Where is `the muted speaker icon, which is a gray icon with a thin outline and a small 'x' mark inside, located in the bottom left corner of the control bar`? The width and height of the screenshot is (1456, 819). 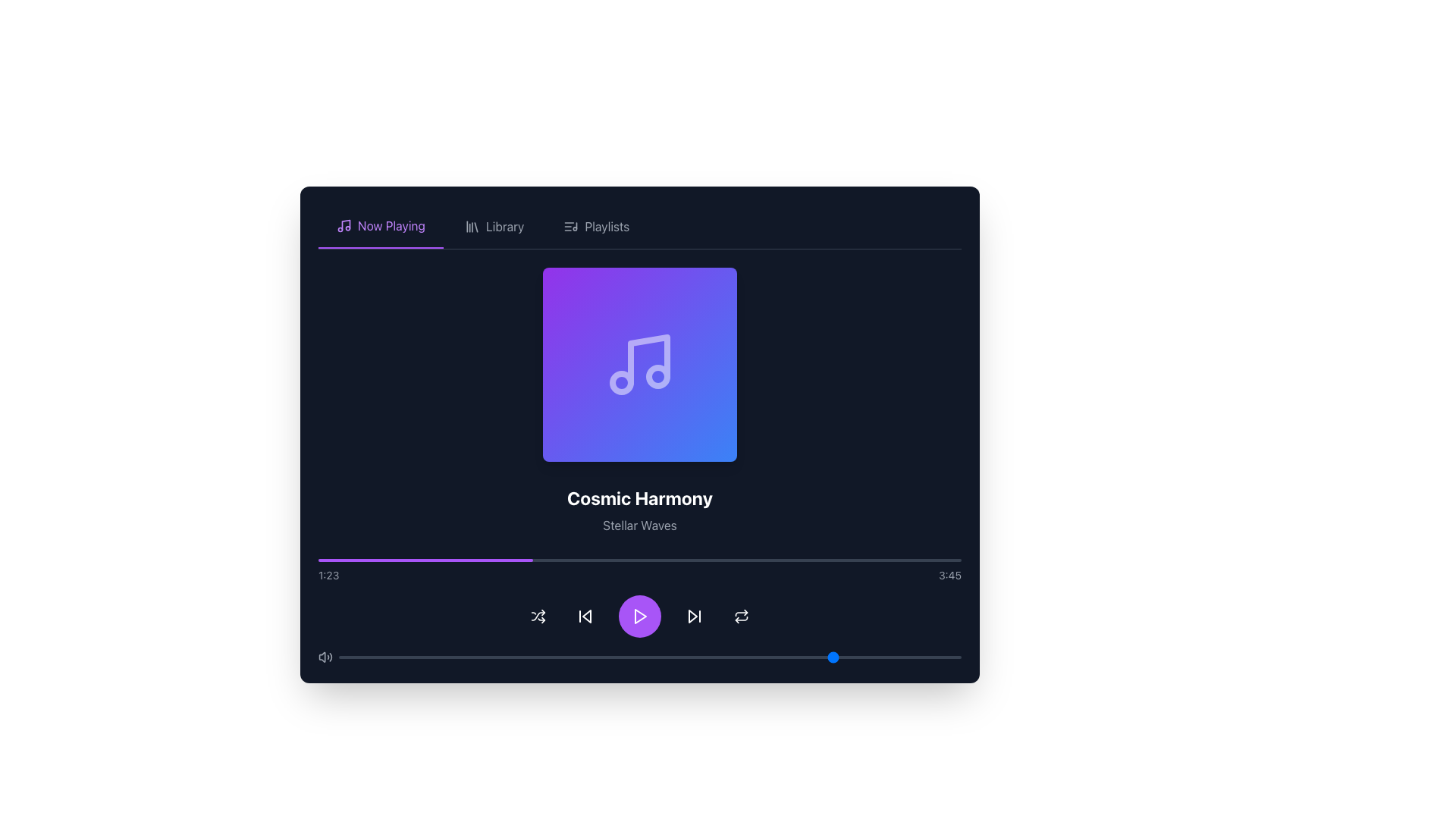
the muted speaker icon, which is a gray icon with a thin outline and a small 'x' mark inside, located in the bottom left corner of the control bar is located at coordinates (322, 657).